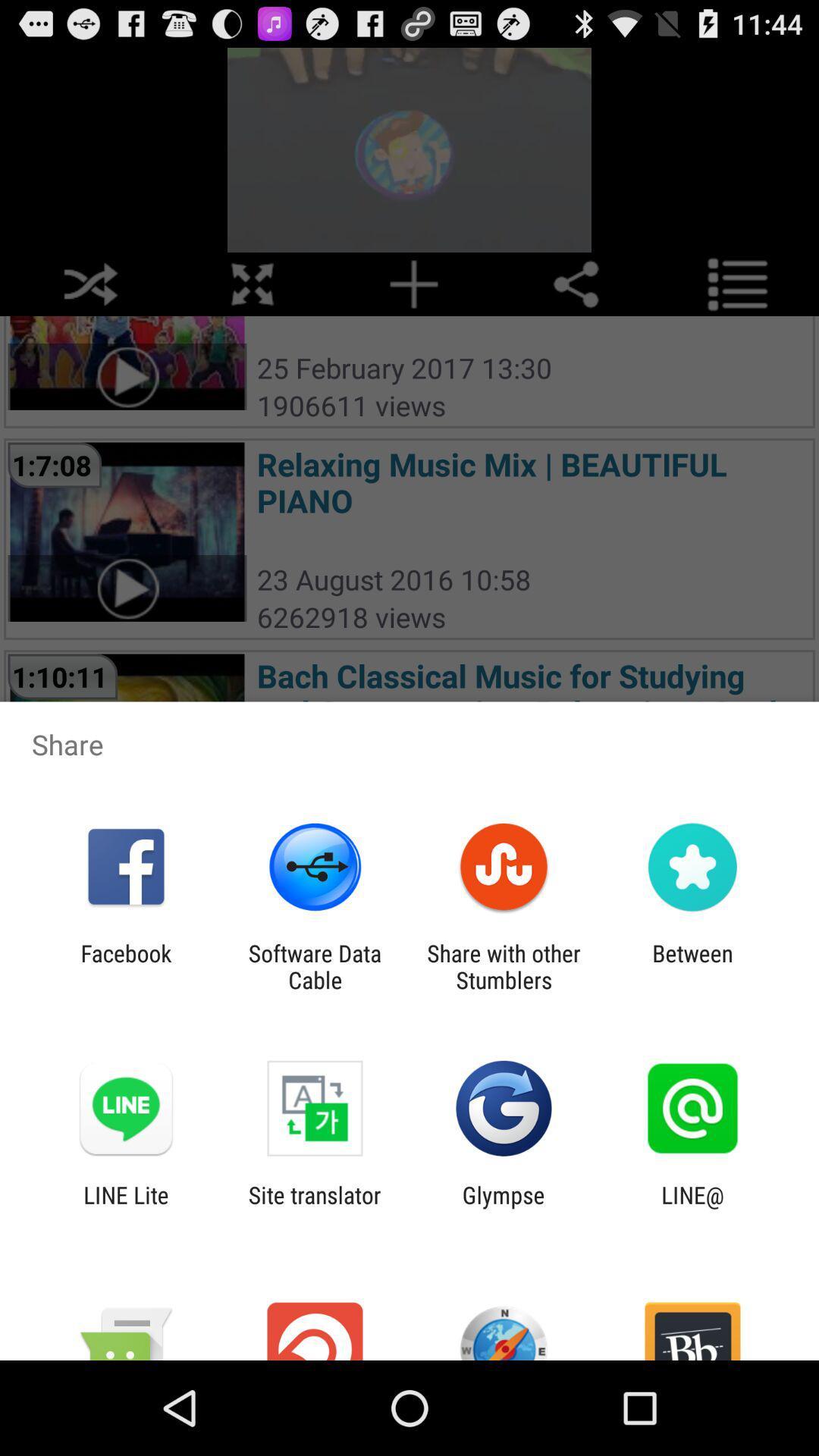  Describe the element at coordinates (692, 966) in the screenshot. I see `app to the right of share with other icon` at that location.